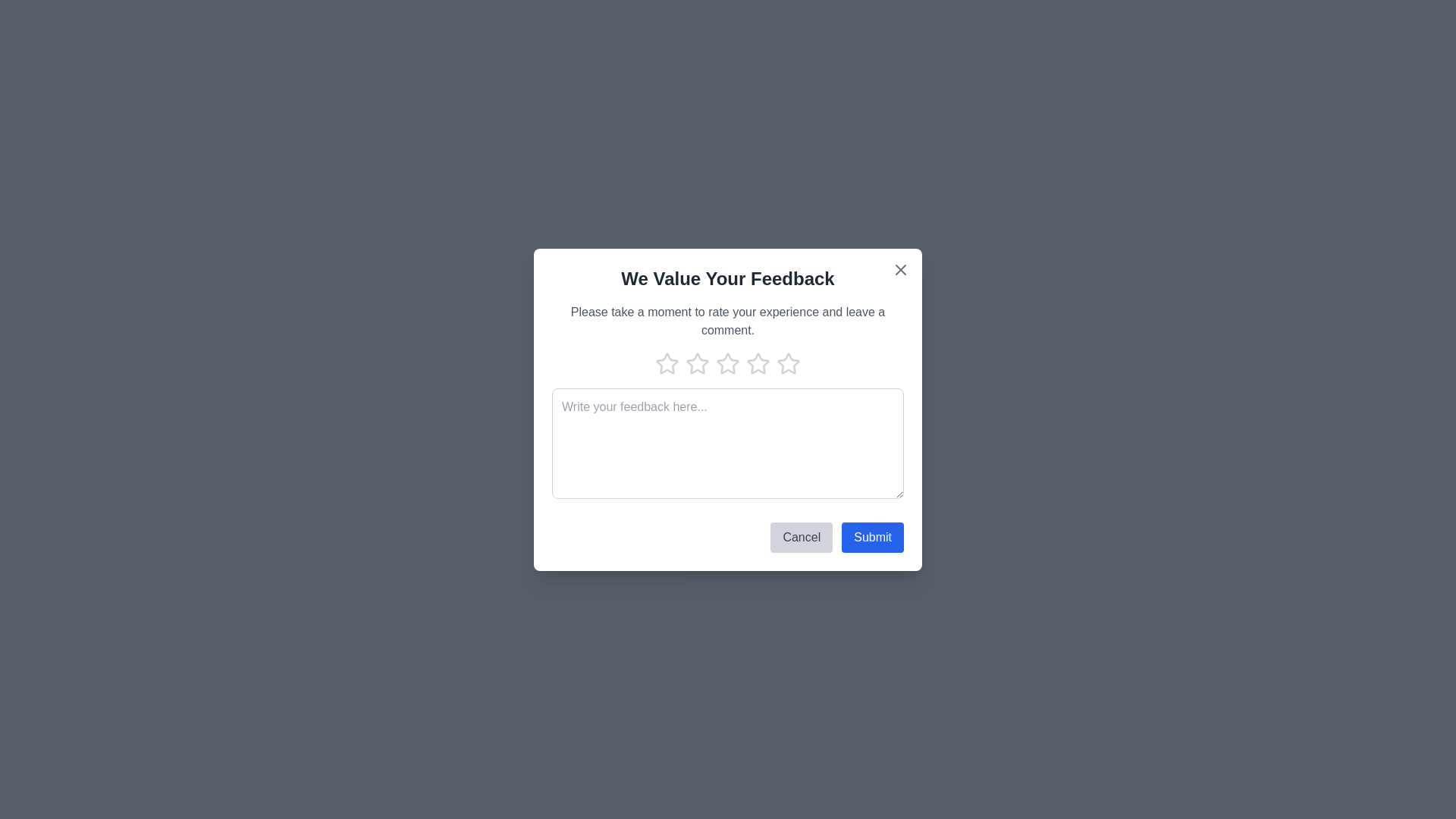 Image resolution: width=1456 pixels, height=819 pixels. What do you see at coordinates (697, 363) in the screenshot?
I see `the third star icon` at bounding box center [697, 363].